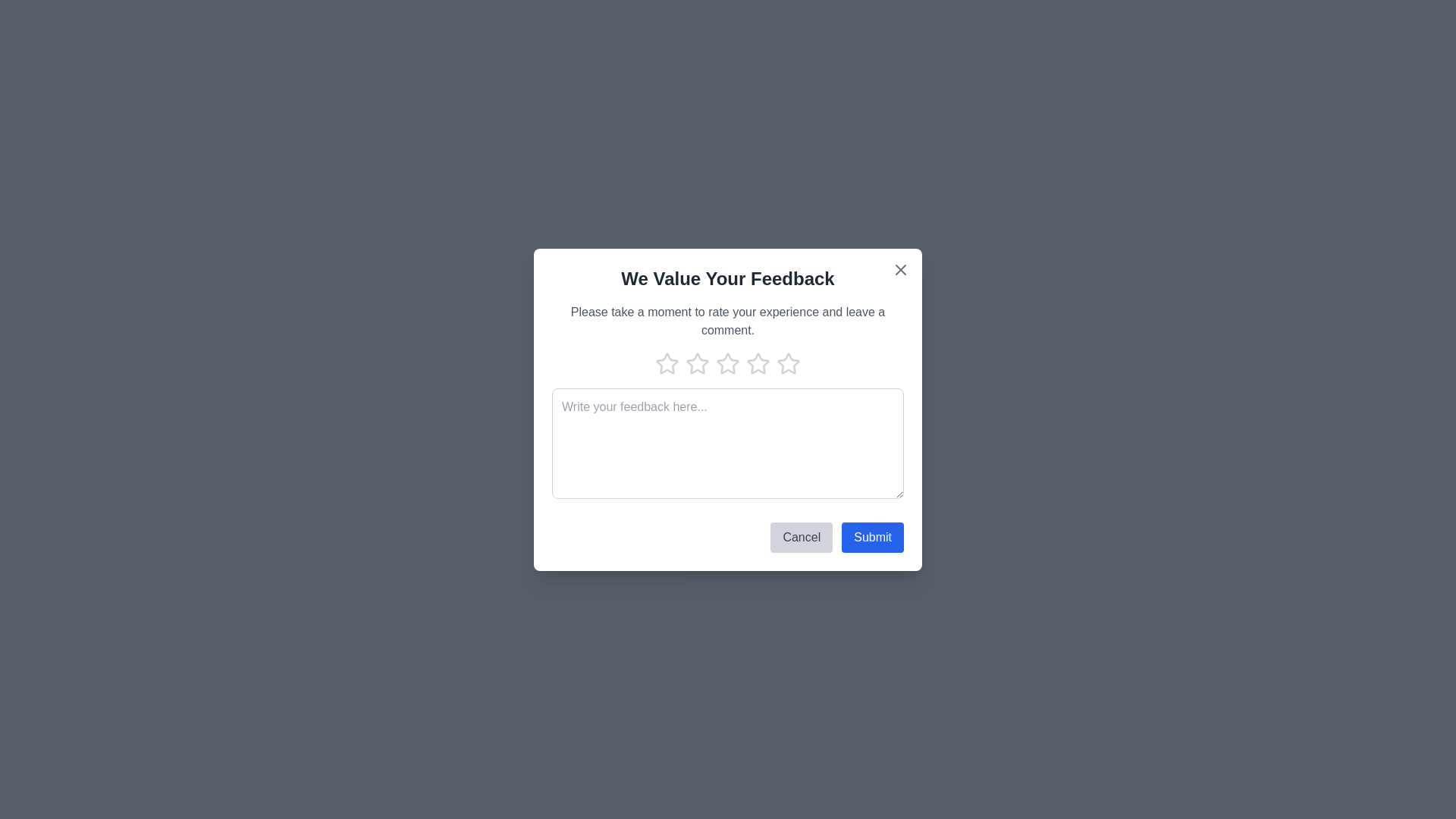 Image resolution: width=1456 pixels, height=819 pixels. What do you see at coordinates (697, 363) in the screenshot?
I see `the third star icon` at bounding box center [697, 363].